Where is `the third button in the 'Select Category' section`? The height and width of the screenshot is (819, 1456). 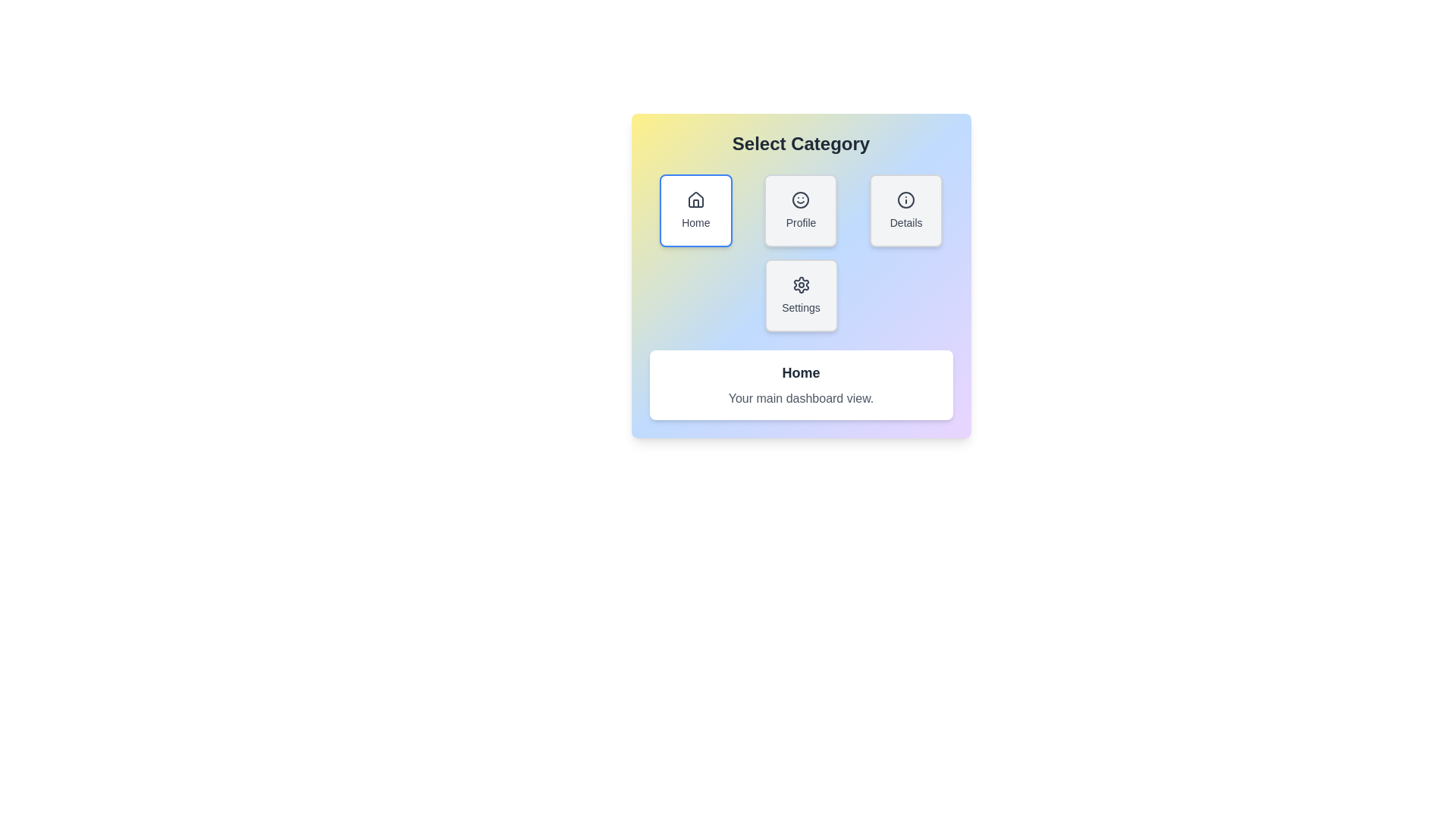
the third button in the 'Select Category' section is located at coordinates (906, 210).